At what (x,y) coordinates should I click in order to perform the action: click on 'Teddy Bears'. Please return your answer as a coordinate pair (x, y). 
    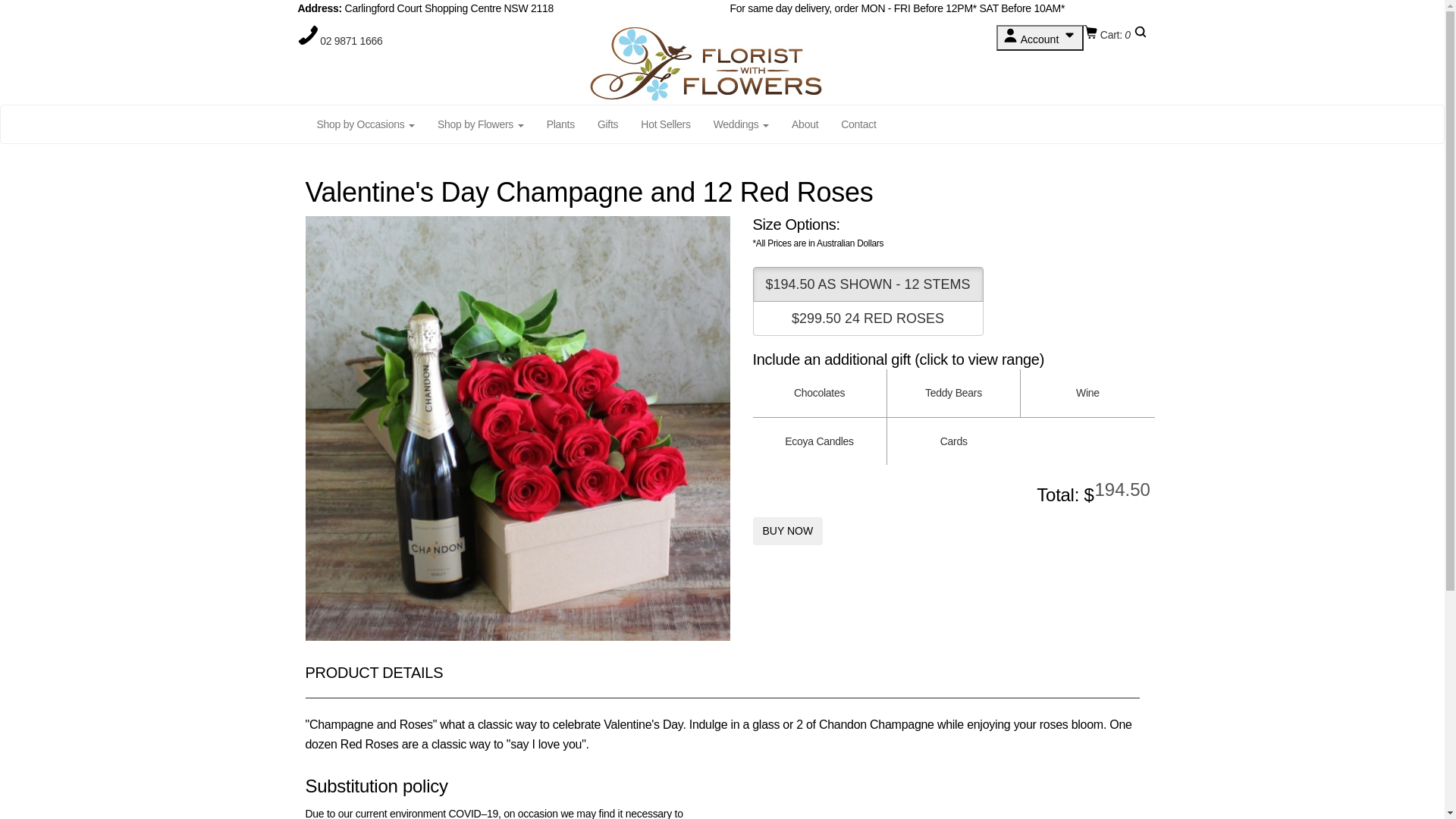
    Looking at the image, I should click on (952, 391).